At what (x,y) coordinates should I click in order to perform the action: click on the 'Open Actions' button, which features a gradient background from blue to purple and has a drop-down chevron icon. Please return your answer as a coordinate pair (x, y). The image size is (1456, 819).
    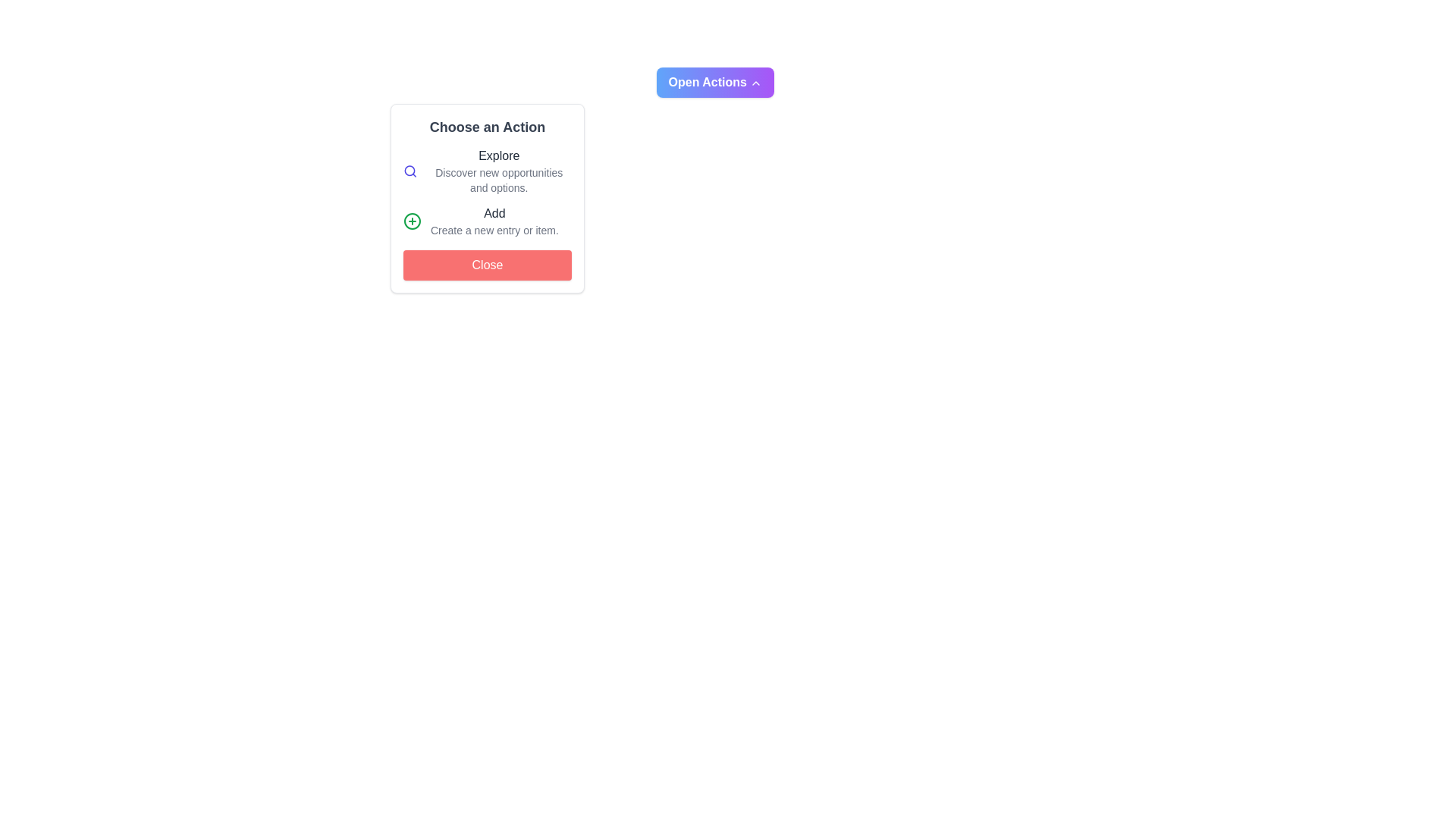
    Looking at the image, I should click on (714, 82).